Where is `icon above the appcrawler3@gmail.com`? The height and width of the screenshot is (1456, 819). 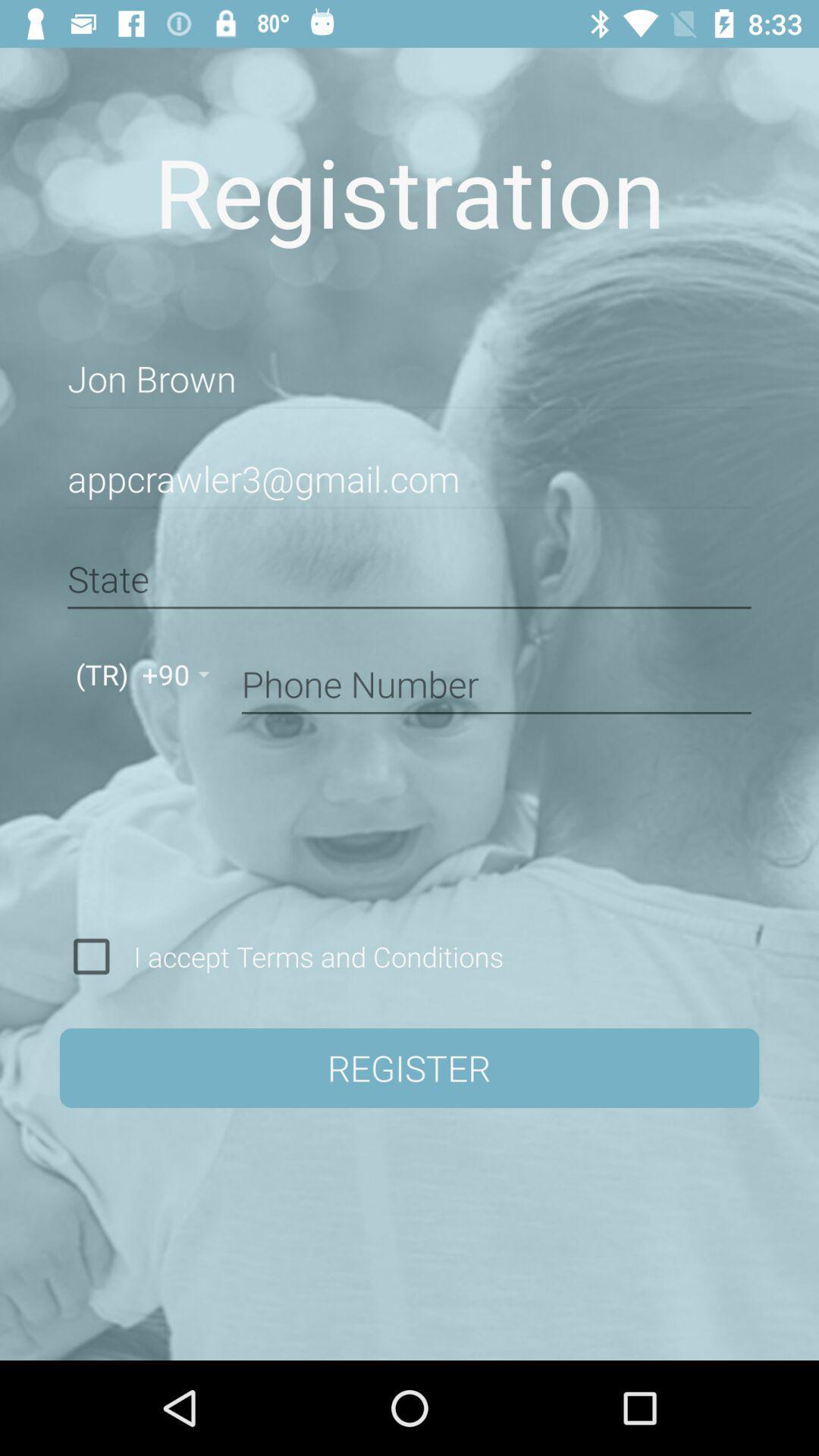
icon above the appcrawler3@gmail.com is located at coordinates (409, 379).